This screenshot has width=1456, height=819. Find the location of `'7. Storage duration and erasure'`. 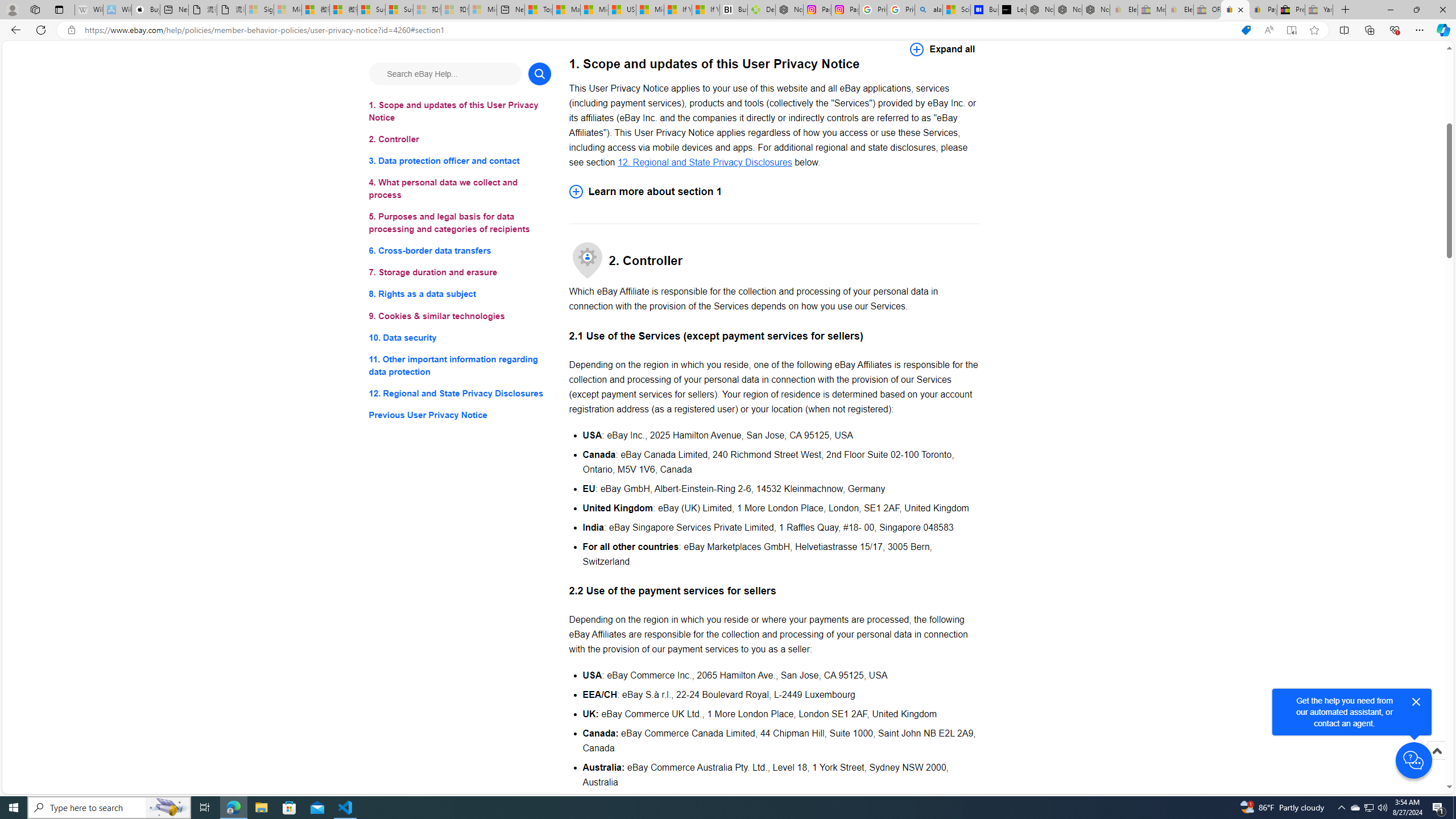

'7. Storage duration and erasure' is located at coordinates (459, 272).